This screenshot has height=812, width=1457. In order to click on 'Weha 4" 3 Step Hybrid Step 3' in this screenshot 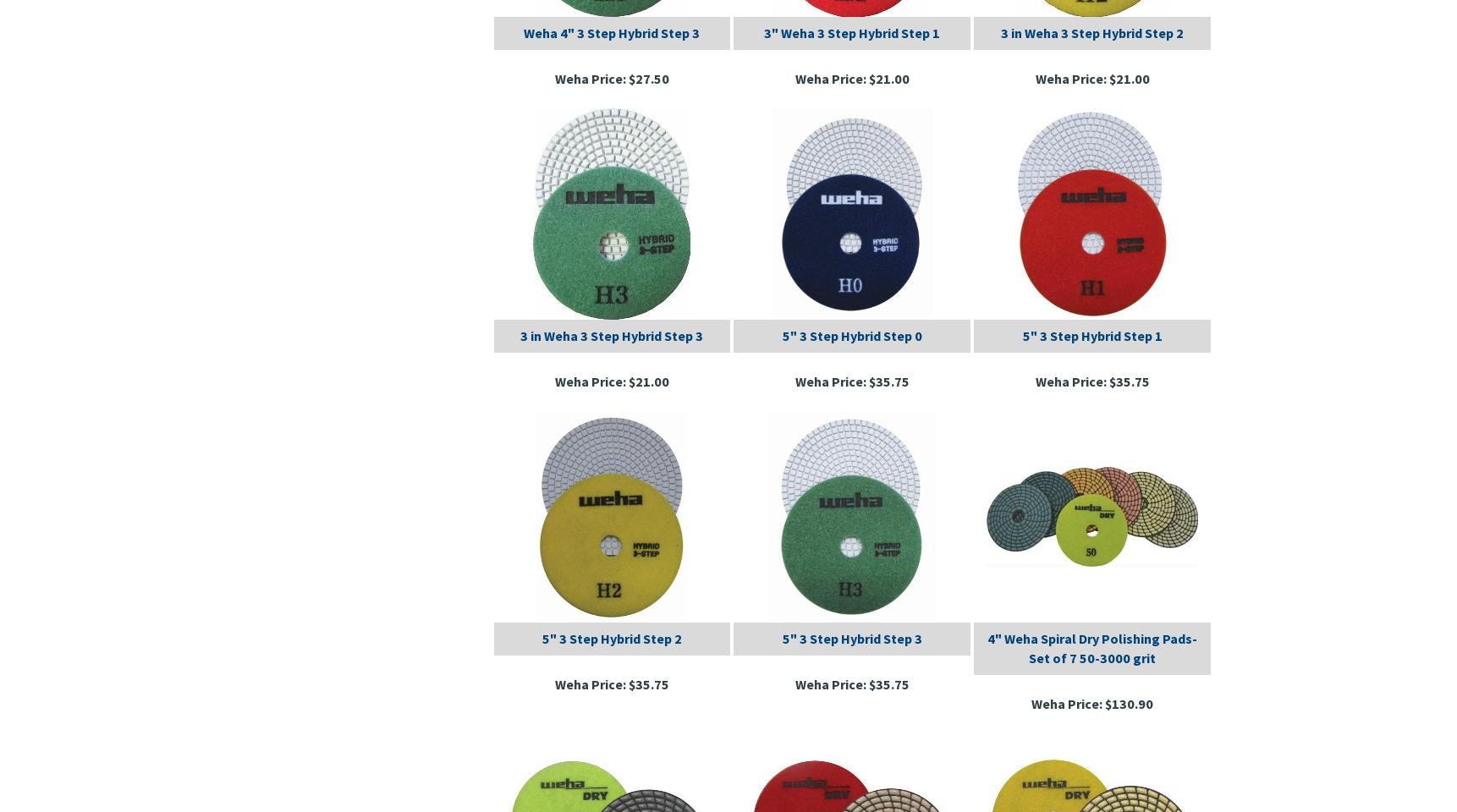, I will do `click(611, 31)`.